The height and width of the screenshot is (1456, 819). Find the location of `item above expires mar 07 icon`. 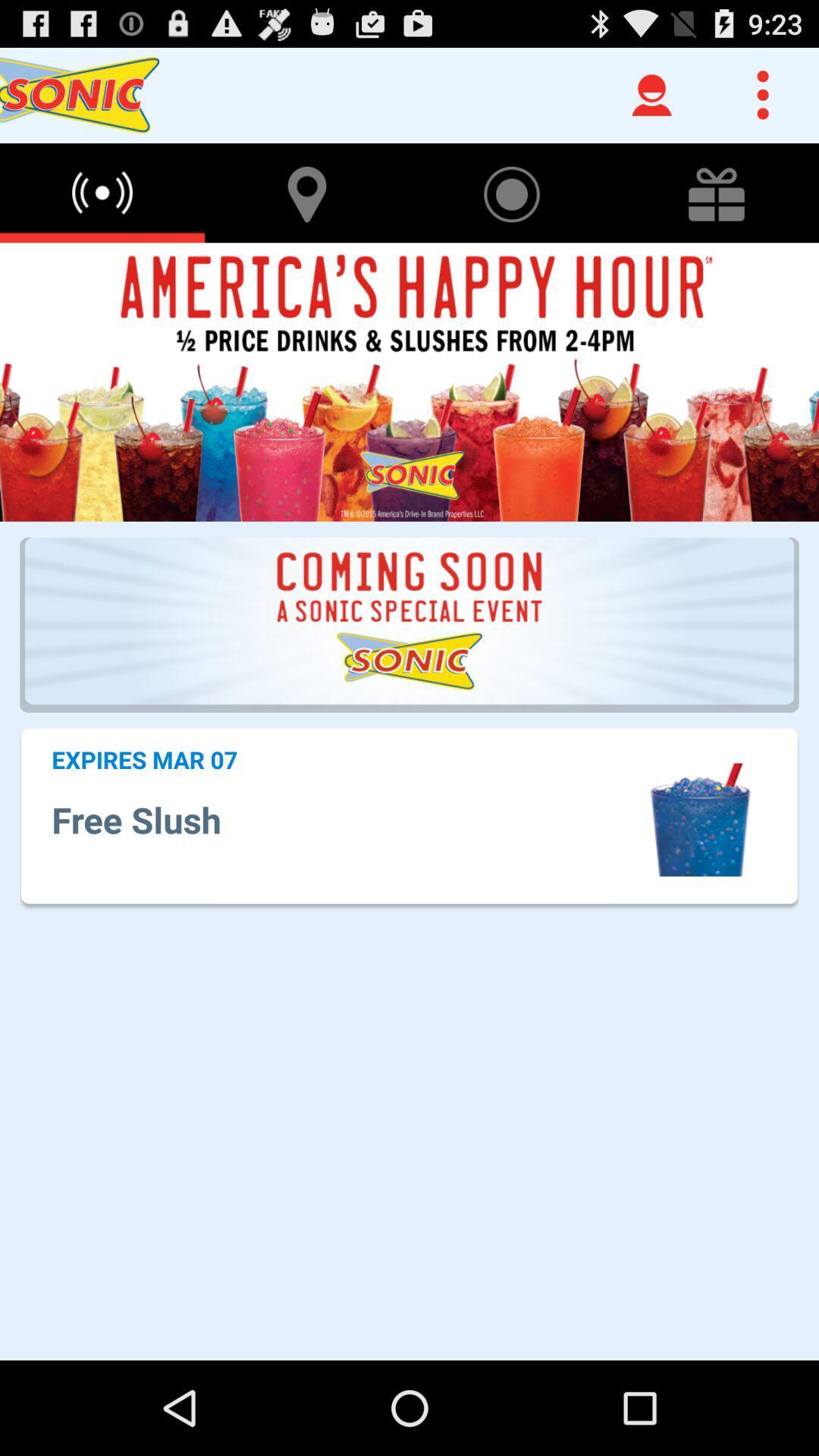

item above expires mar 07 icon is located at coordinates (409, 625).